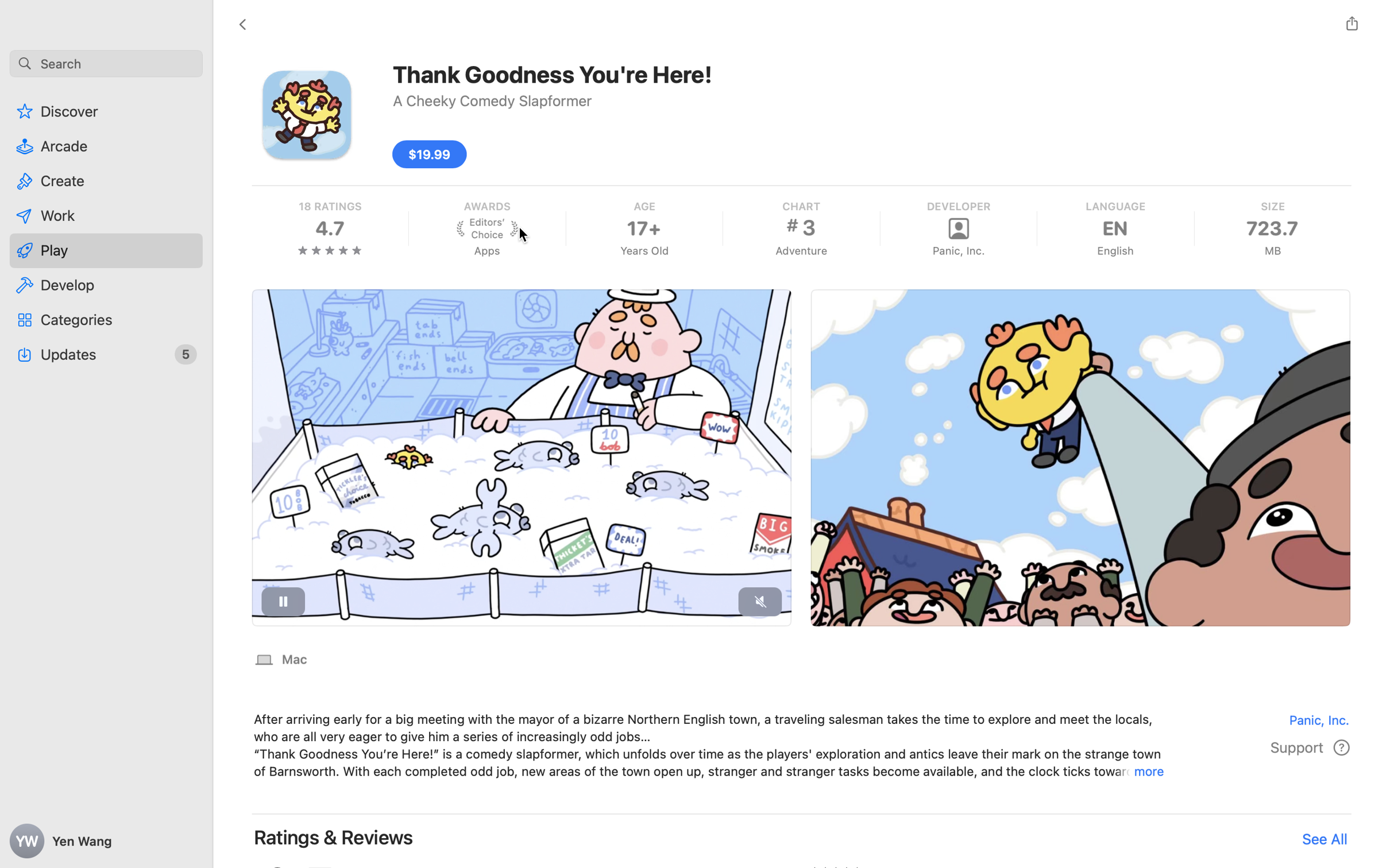  Describe the element at coordinates (330, 206) in the screenshot. I see `'18 RATINGS'` at that location.